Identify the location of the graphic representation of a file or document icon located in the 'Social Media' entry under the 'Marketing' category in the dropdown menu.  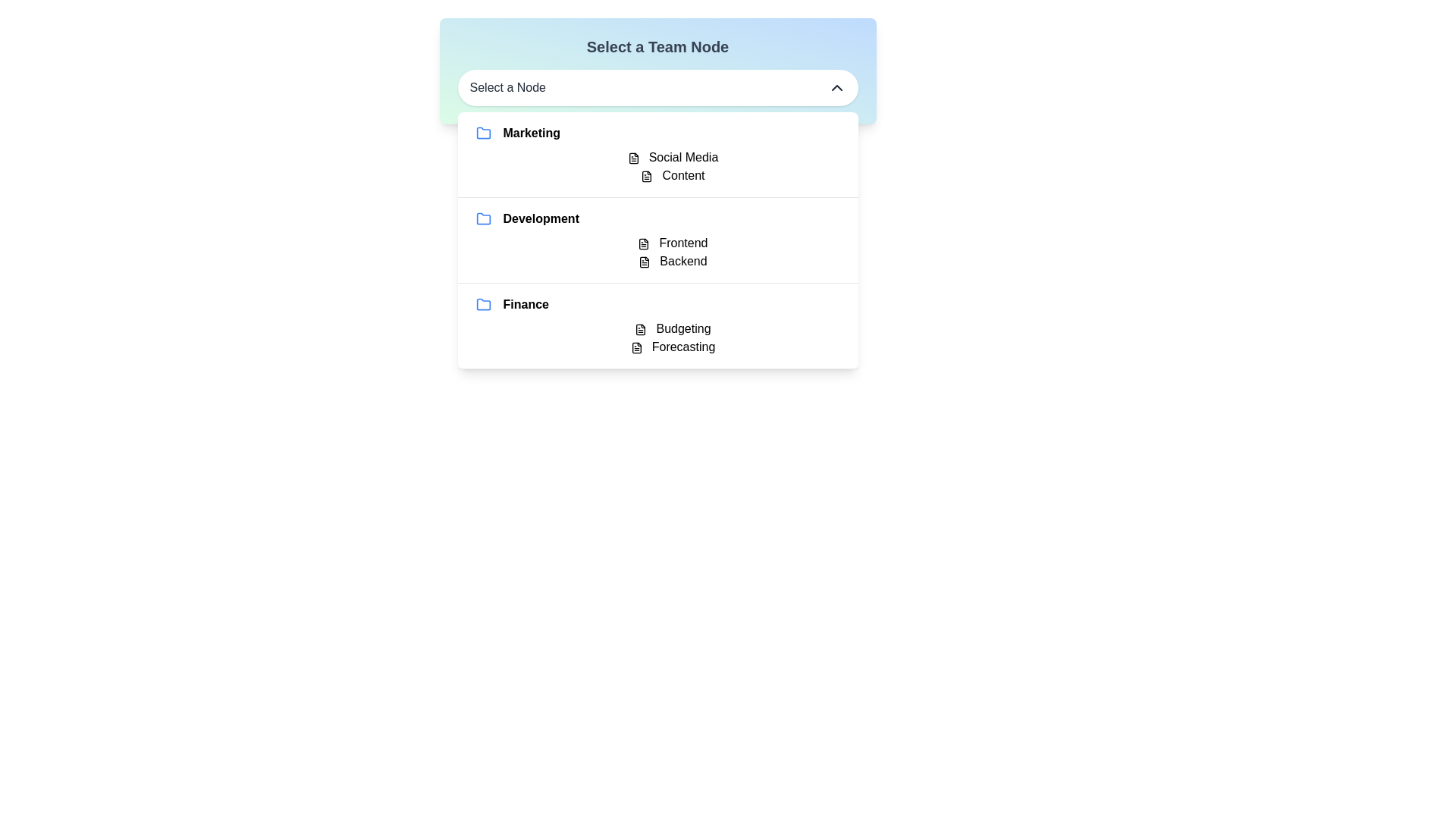
(633, 158).